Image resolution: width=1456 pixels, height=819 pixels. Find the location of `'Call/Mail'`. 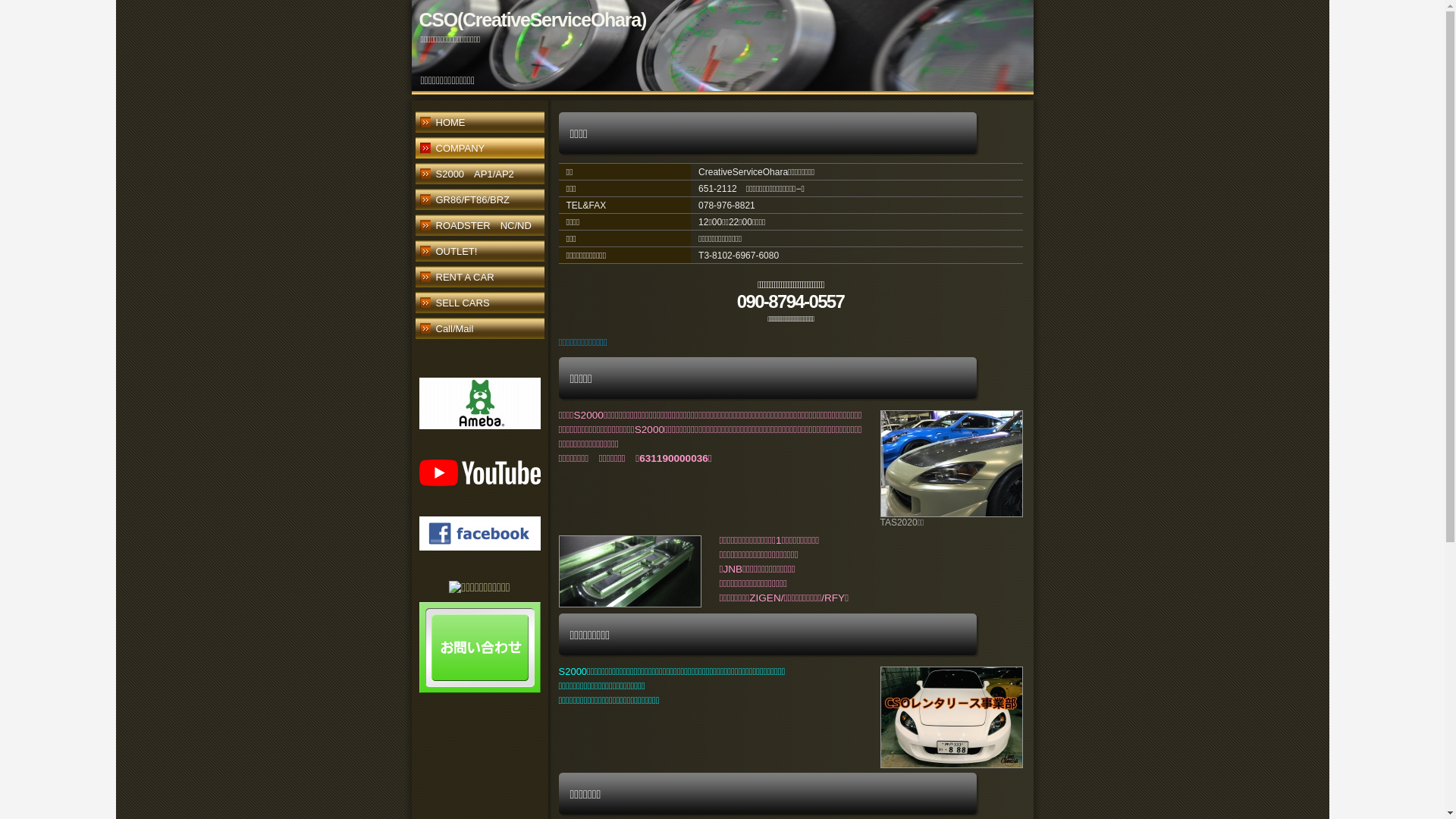

'Call/Mail' is located at coordinates (479, 329).